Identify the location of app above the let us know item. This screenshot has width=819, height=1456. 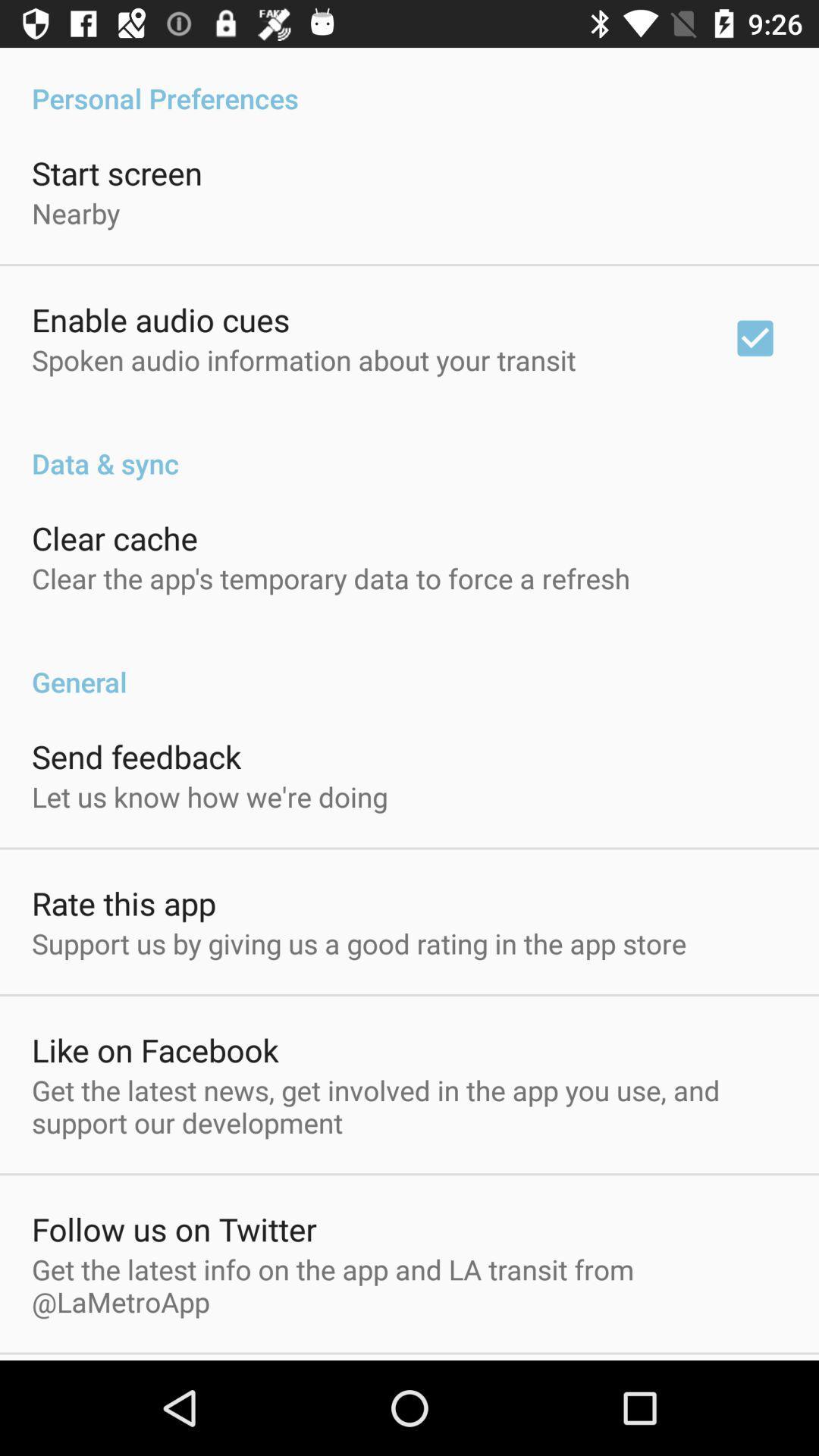
(136, 756).